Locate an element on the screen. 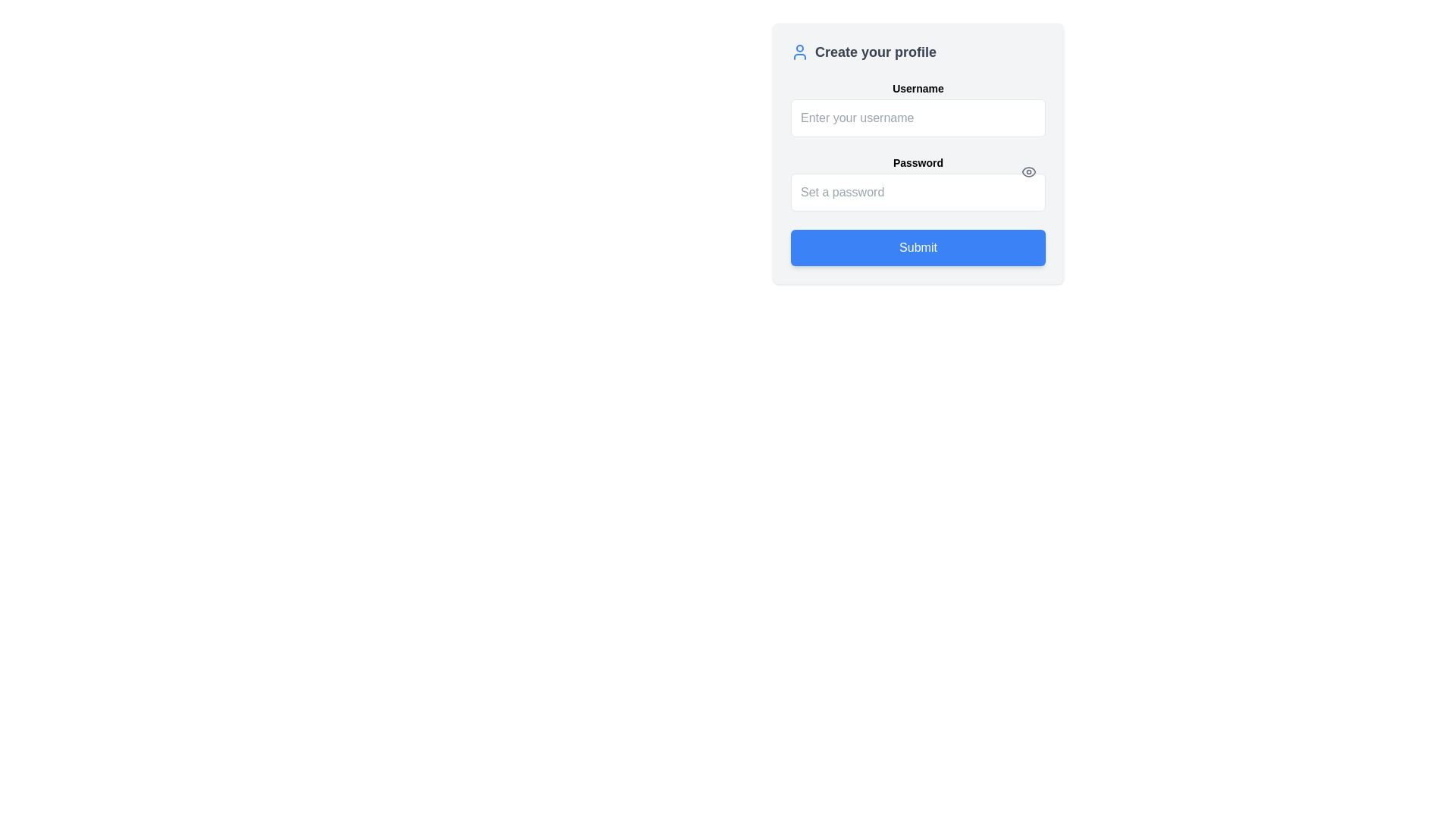  the password input field and visibility toggle button located in the 'Create your profile' form to potentially see interactive styling changes is located at coordinates (917, 183).